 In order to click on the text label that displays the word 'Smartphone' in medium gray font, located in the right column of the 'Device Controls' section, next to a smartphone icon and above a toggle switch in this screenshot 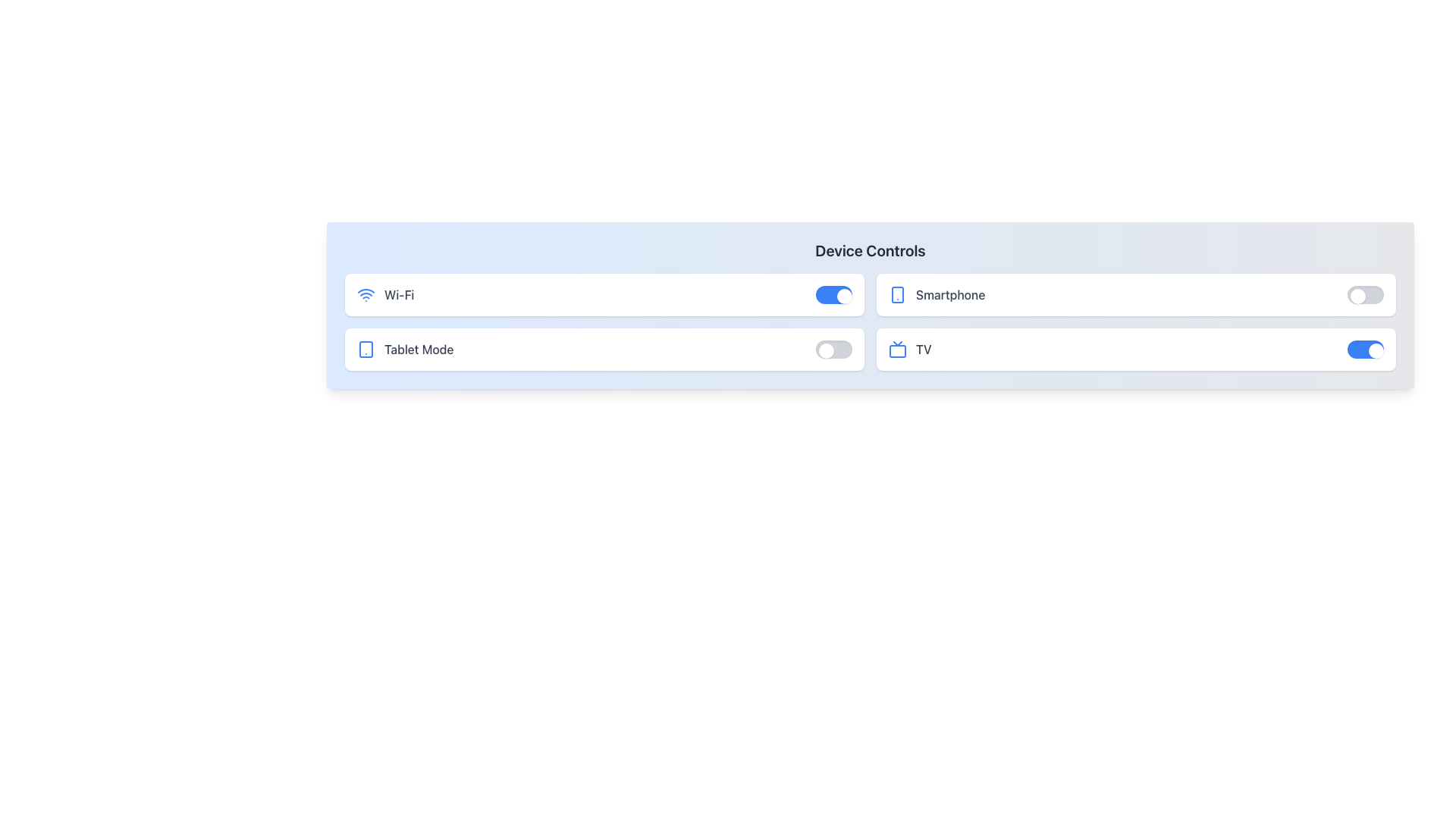, I will do `click(949, 295)`.